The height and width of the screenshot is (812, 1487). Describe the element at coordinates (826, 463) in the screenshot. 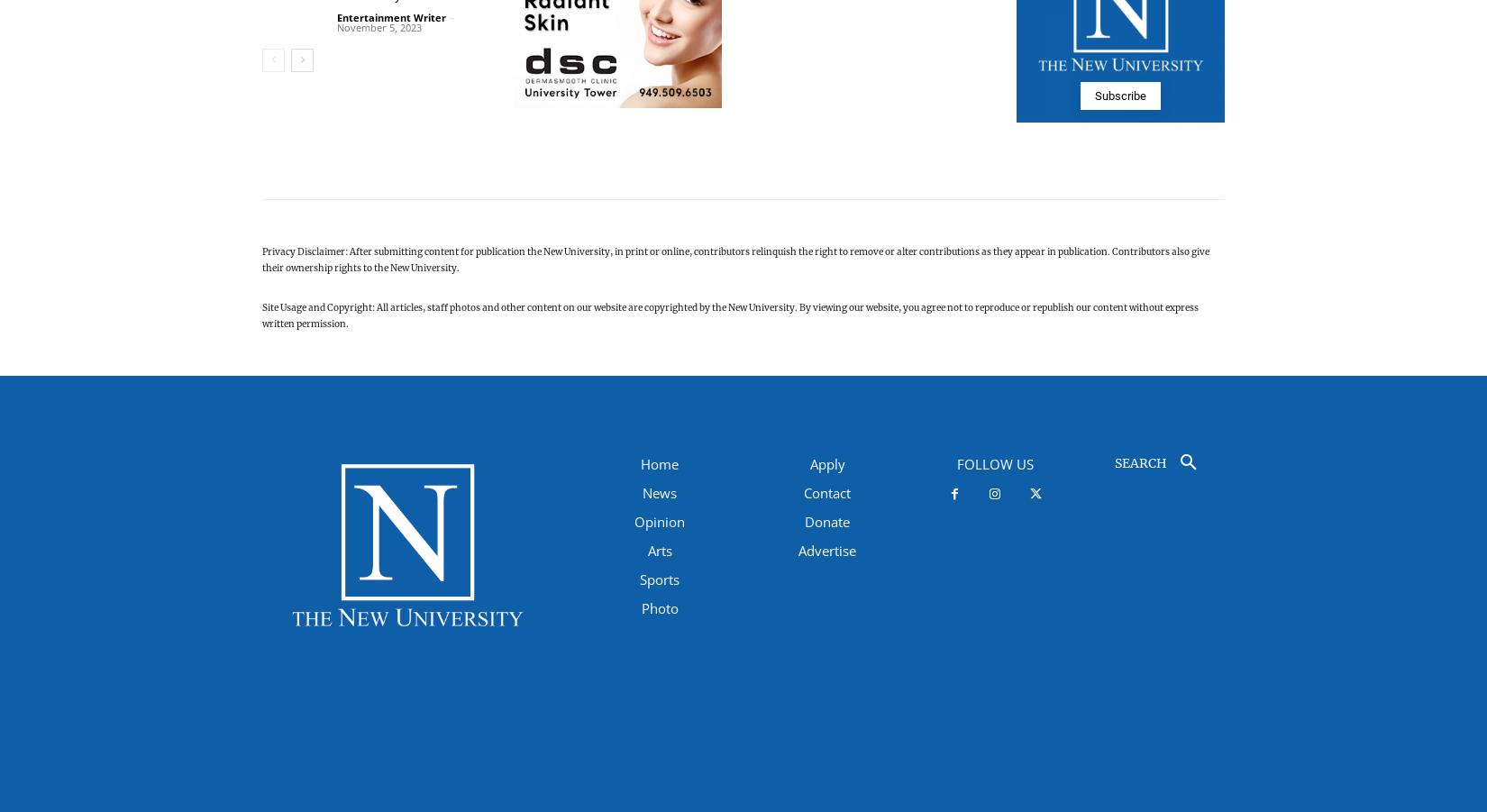

I see `'Apply'` at that location.